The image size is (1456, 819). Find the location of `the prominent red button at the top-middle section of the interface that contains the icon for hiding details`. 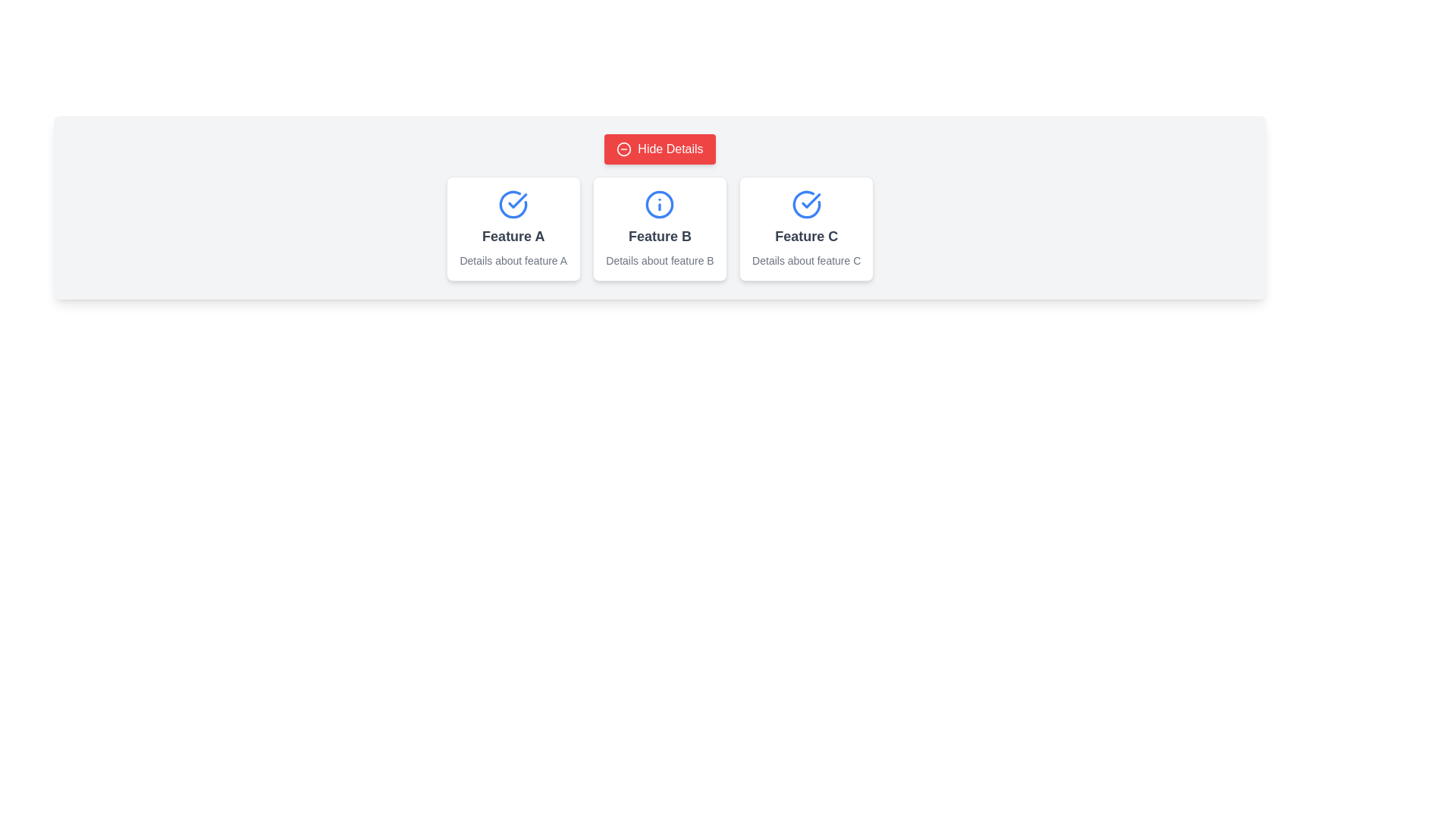

the prominent red button at the top-middle section of the interface that contains the icon for hiding details is located at coordinates (624, 149).